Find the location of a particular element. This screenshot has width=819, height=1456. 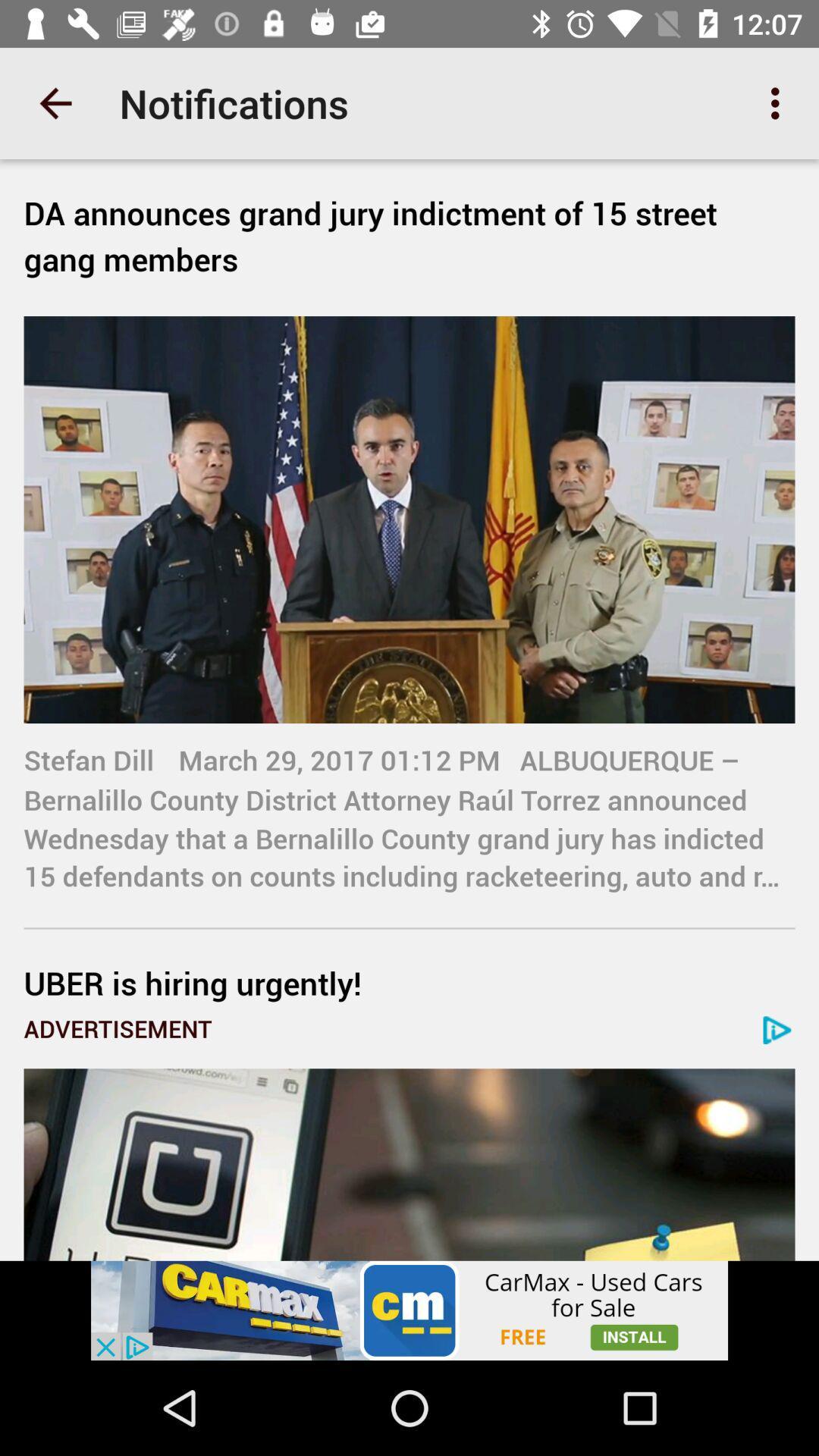

uber is hiring icon is located at coordinates (409, 983).